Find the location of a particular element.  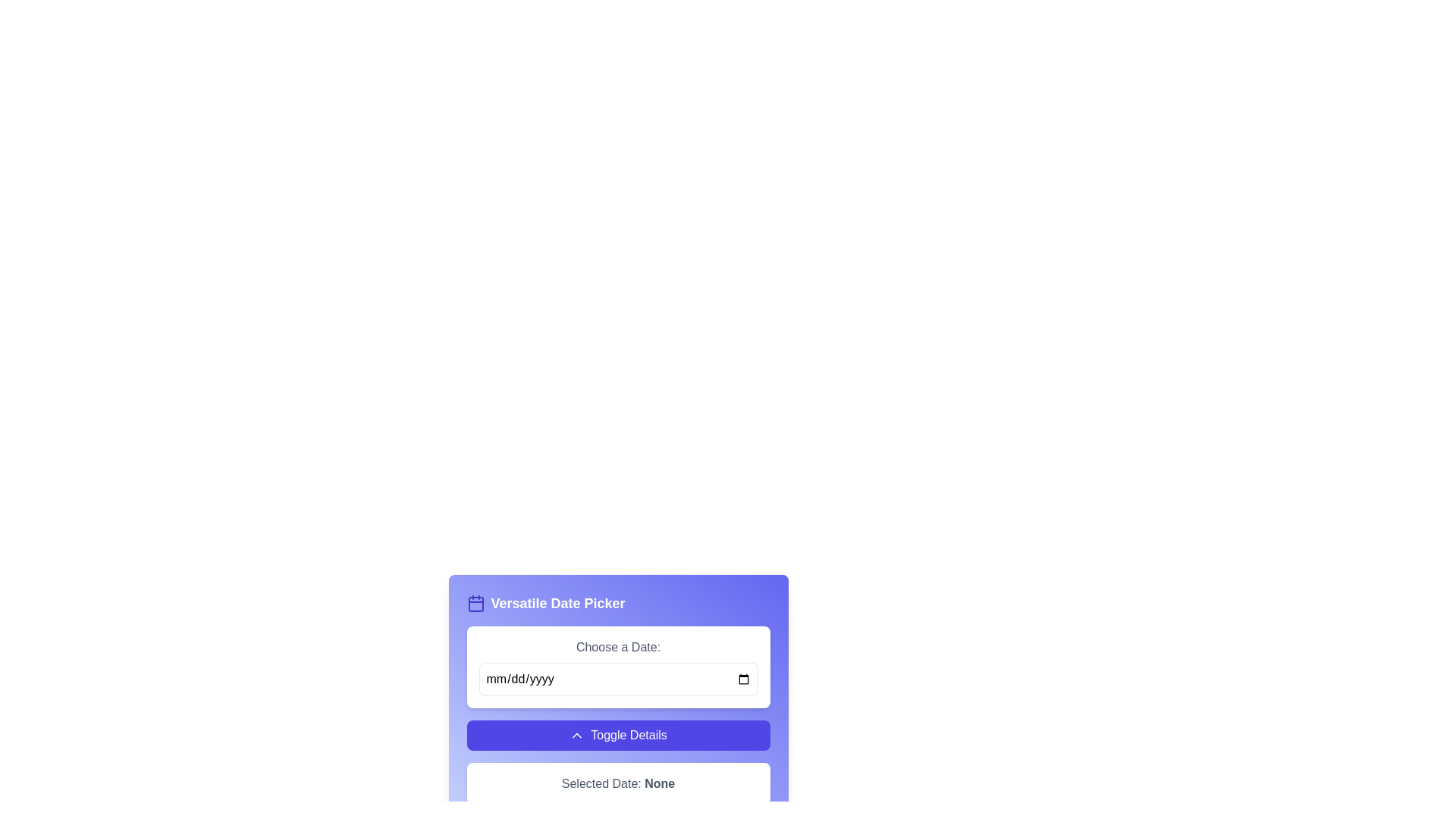

the button that expands or collapses the information panel, which is the third interactive element below the date input field is located at coordinates (618, 734).